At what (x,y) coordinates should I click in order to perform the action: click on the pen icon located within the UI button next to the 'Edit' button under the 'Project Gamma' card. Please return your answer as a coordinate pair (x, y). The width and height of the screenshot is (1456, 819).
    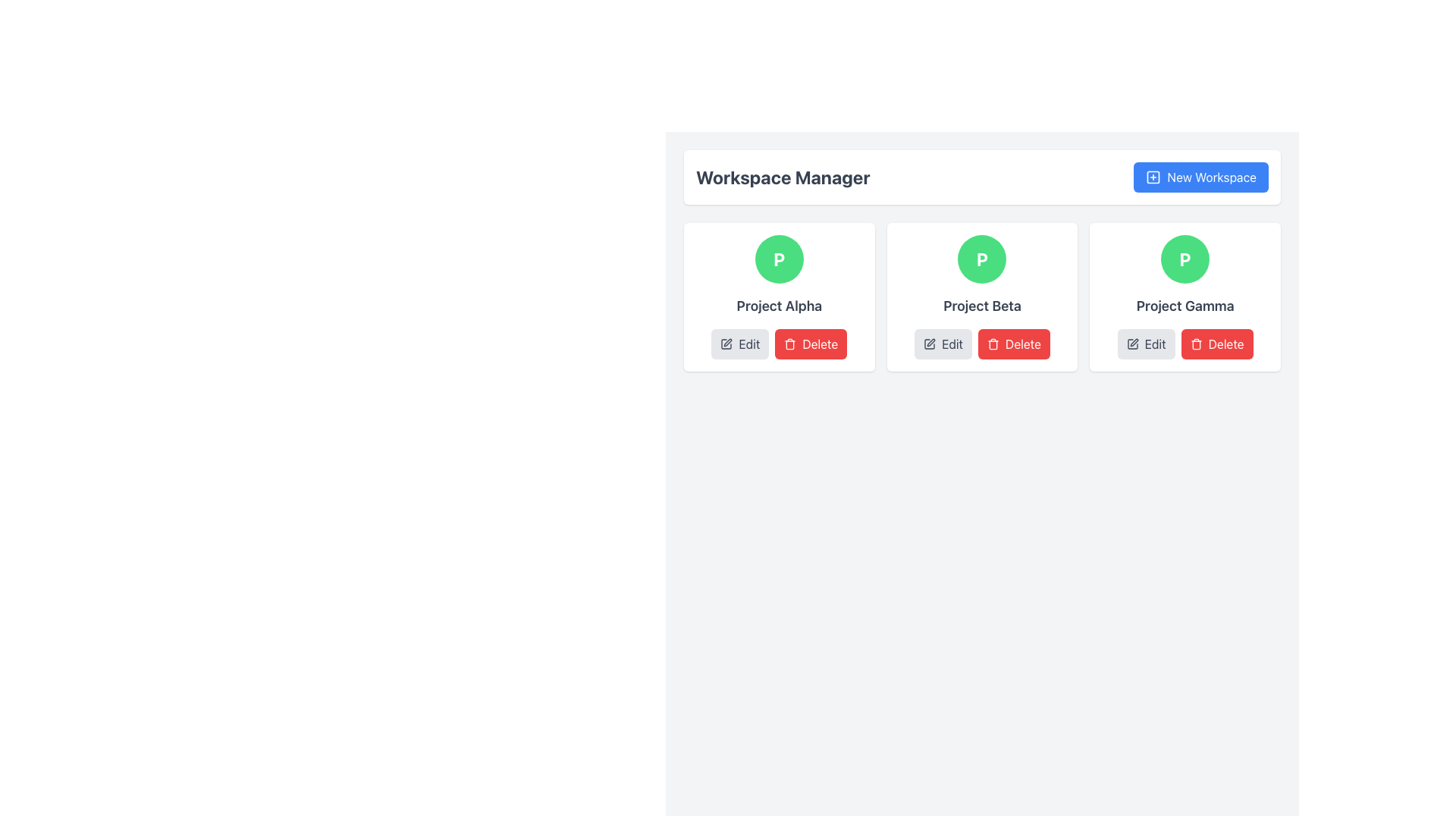
    Looking at the image, I should click on (1134, 342).